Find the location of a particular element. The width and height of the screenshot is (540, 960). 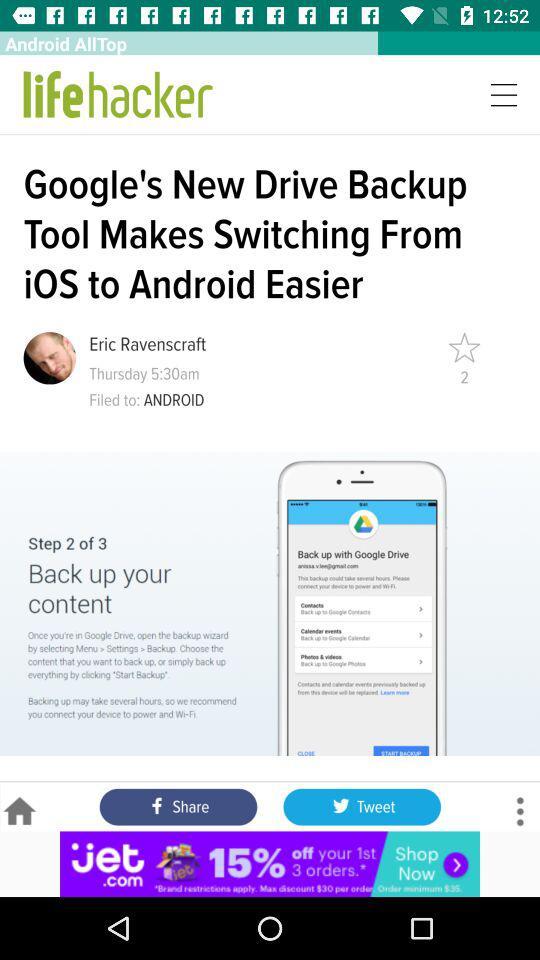

see more options is located at coordinates (520, 811).